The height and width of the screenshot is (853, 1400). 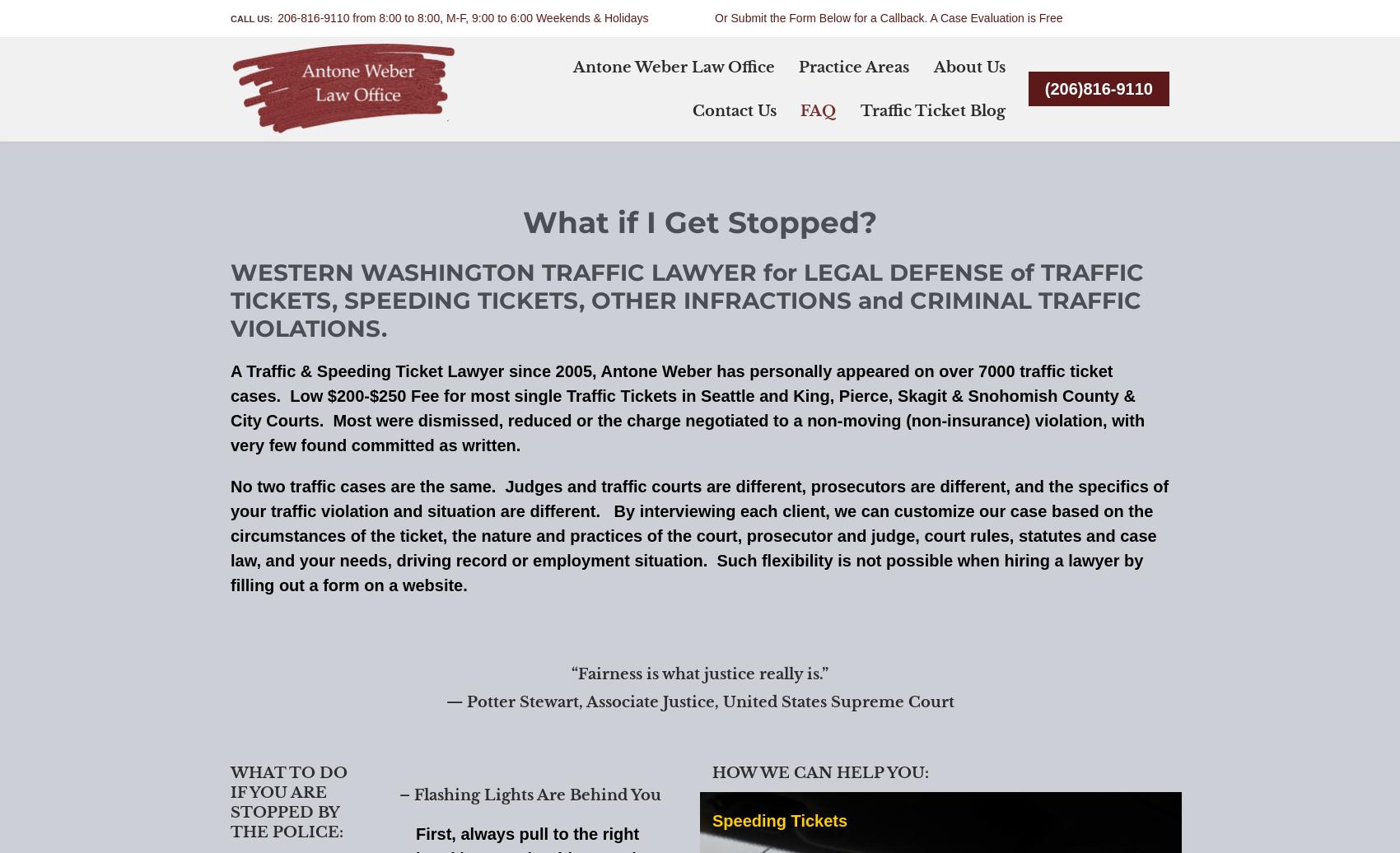 What do you see at coordinates (254, 18) in the screenshot?
I see `'CALL US:'` at bounding box center [254, 18].